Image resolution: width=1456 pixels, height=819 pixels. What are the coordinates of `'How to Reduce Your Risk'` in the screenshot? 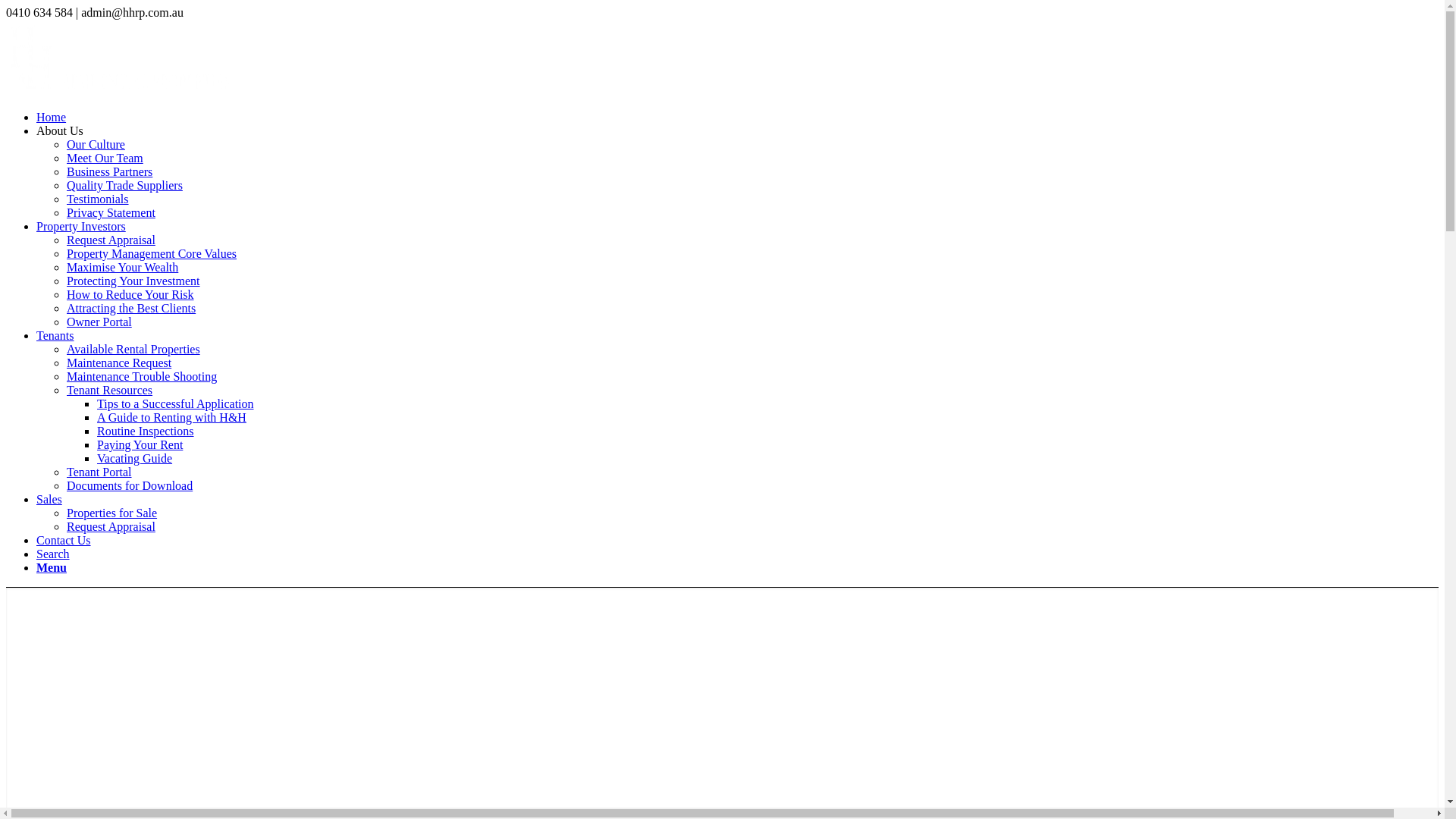 It's located at (65, 294).